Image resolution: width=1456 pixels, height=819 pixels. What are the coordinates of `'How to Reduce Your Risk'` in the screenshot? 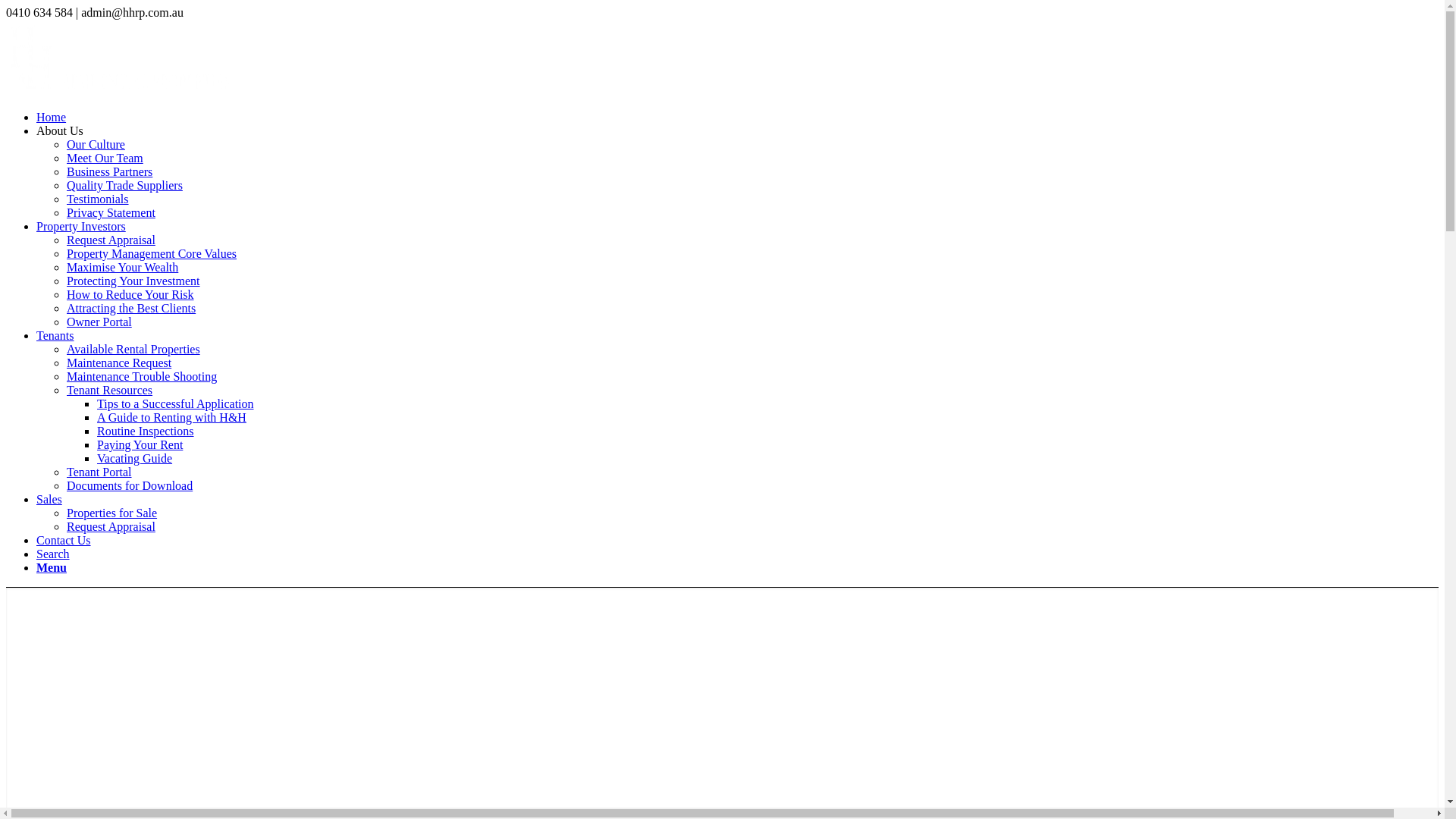 It's located at (65, 294).